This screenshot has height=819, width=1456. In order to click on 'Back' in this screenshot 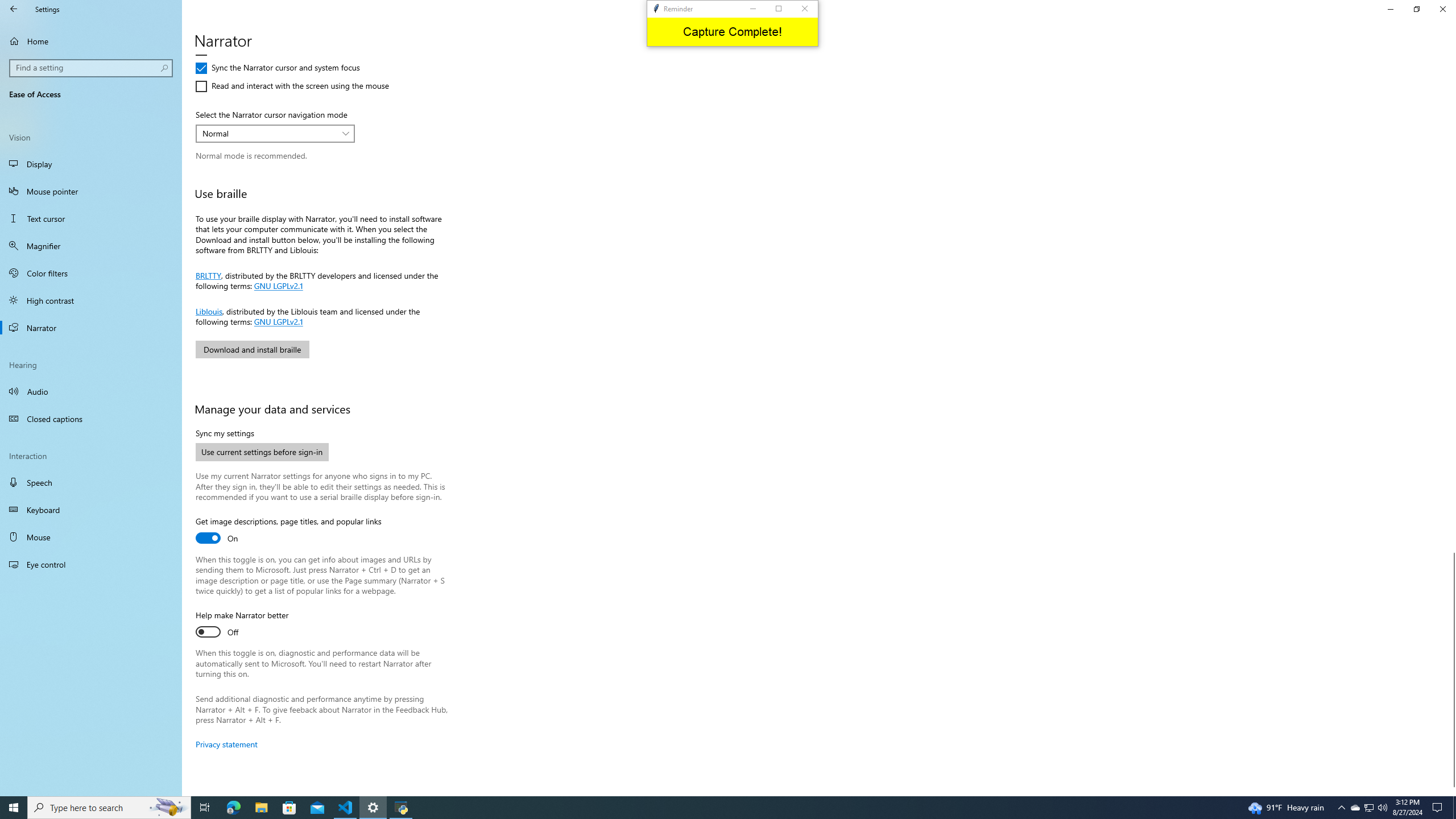, I will do `click(14, 9)`.